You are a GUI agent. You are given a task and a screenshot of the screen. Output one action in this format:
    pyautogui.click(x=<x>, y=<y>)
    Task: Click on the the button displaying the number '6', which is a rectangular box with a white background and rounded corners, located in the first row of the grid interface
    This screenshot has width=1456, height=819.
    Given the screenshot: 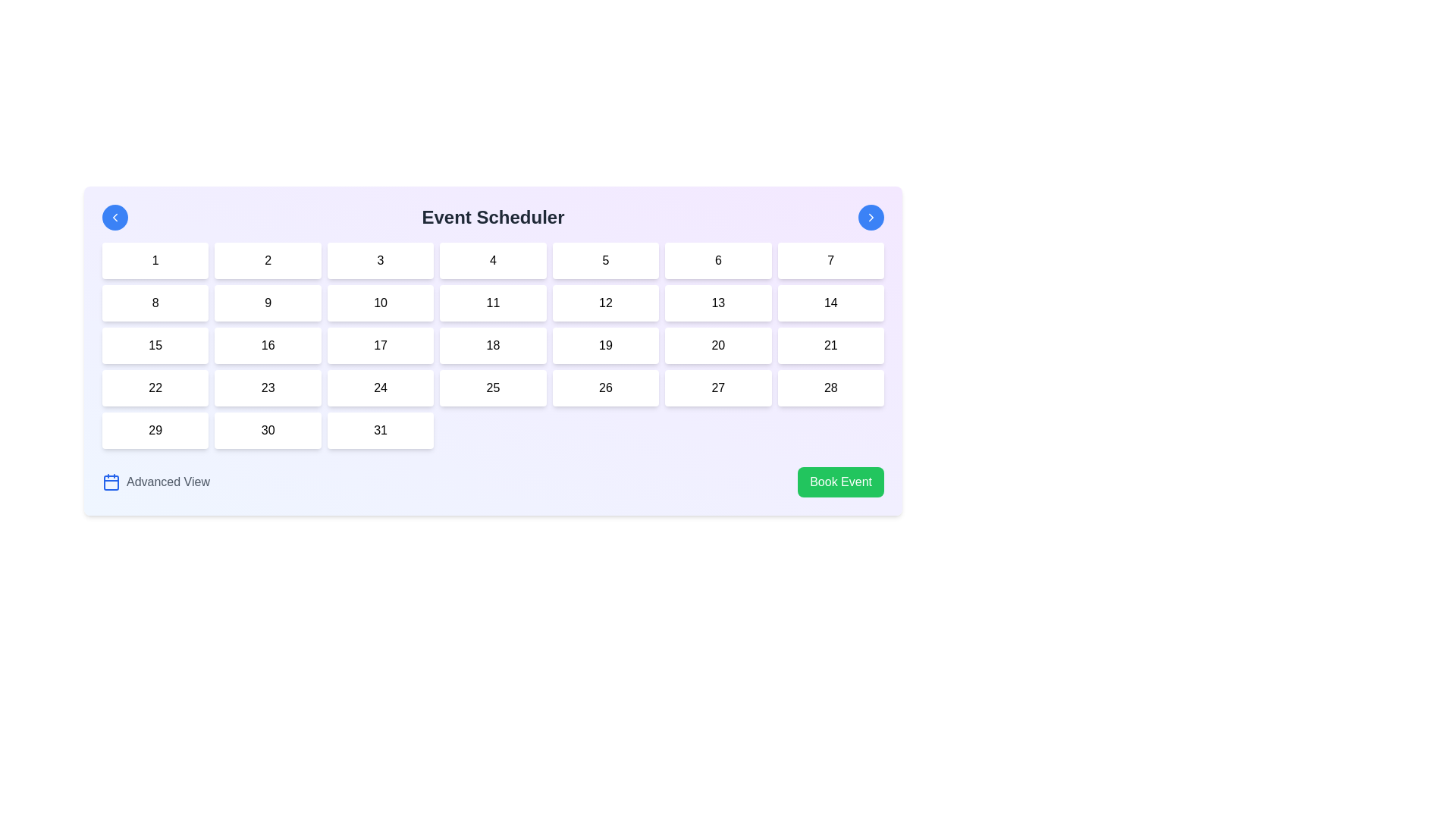 What is the action you would take?
    pyautogui.click(x=717, y=259)
    